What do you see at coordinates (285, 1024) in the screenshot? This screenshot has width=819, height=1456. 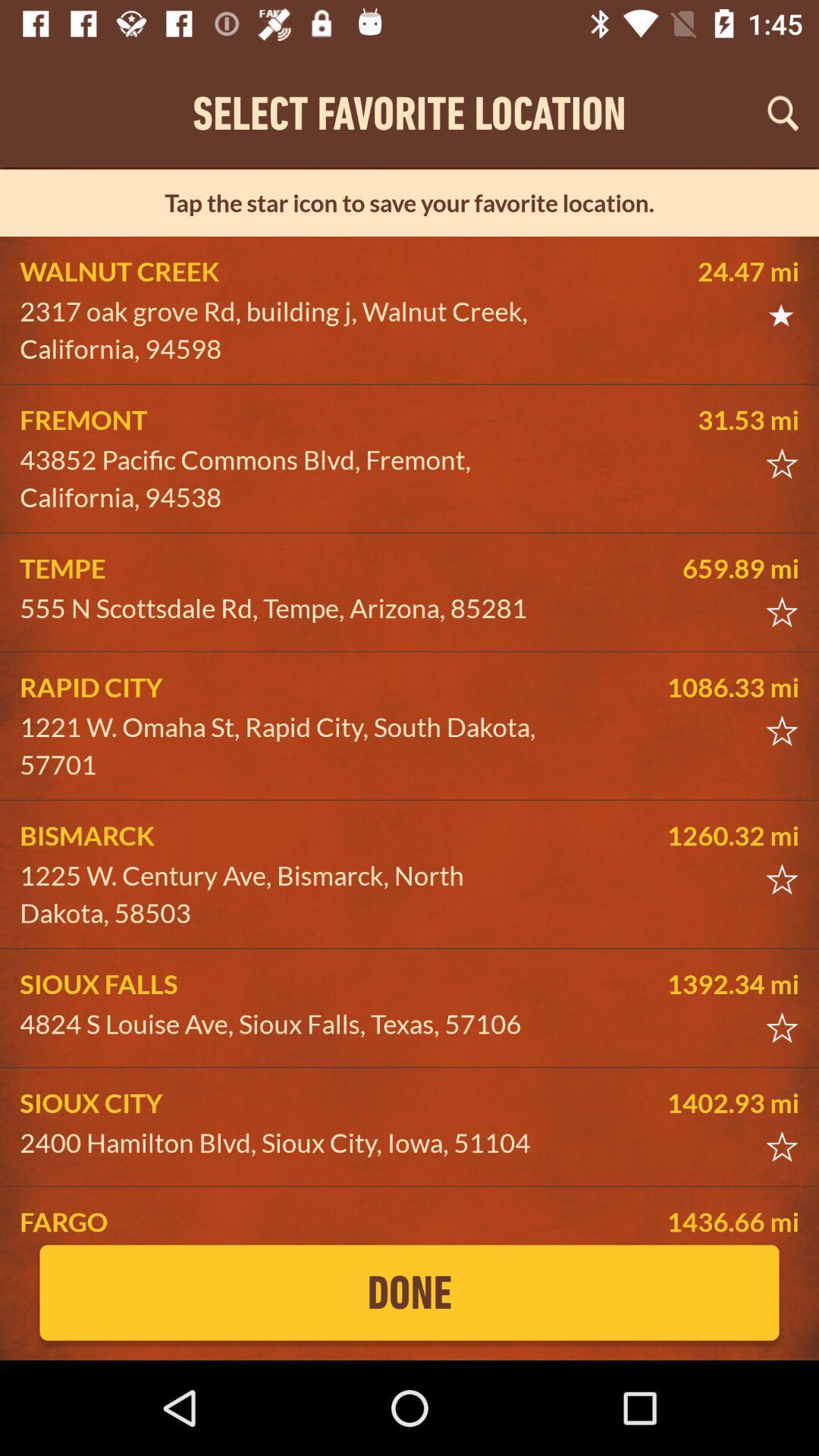 I see `the icon below the sioux falls icon` at bounding box center [285, 1024].